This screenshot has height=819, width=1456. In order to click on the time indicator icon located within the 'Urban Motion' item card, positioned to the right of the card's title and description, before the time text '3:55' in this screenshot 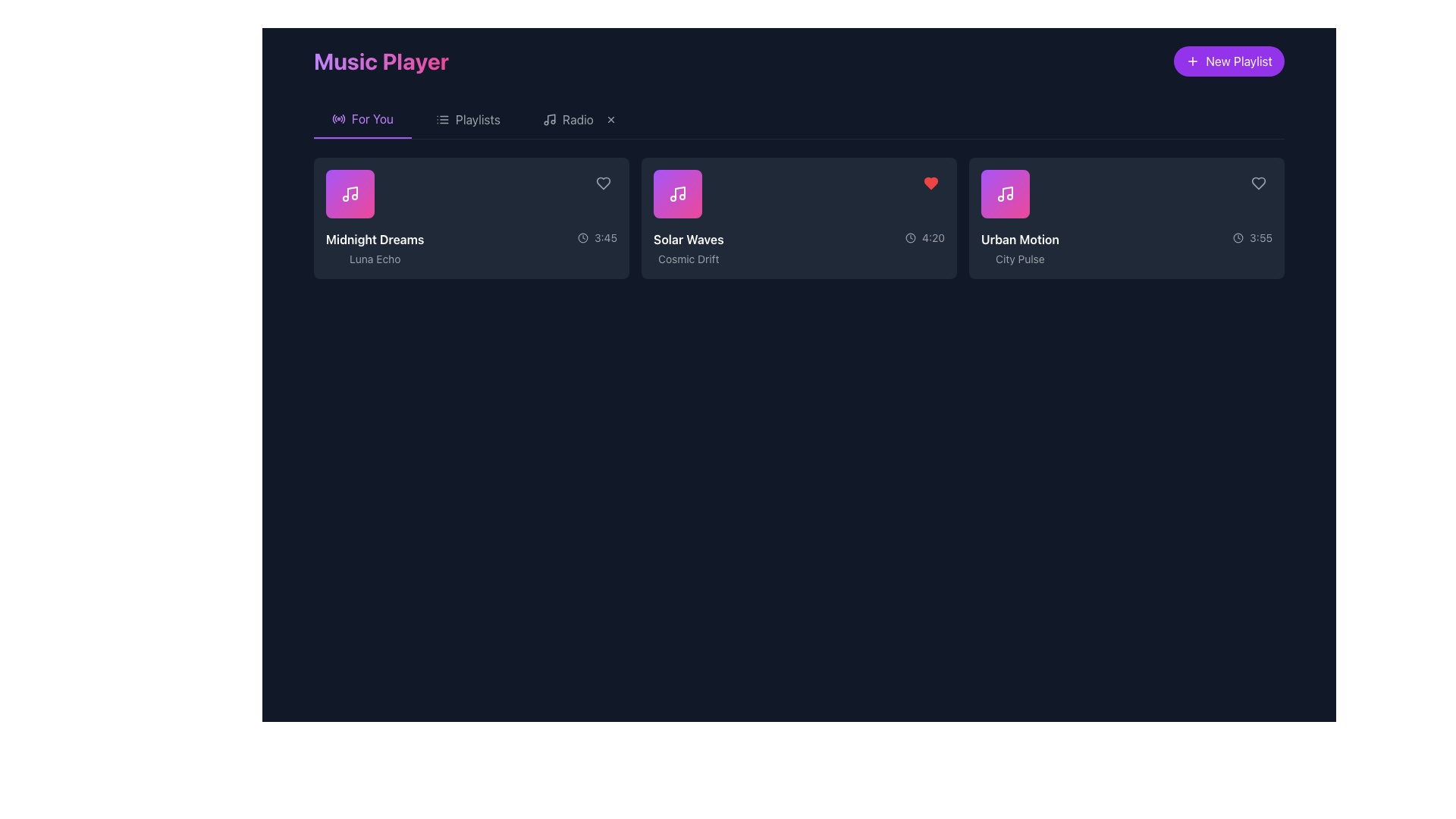, I will do `click(1238, 237)`.